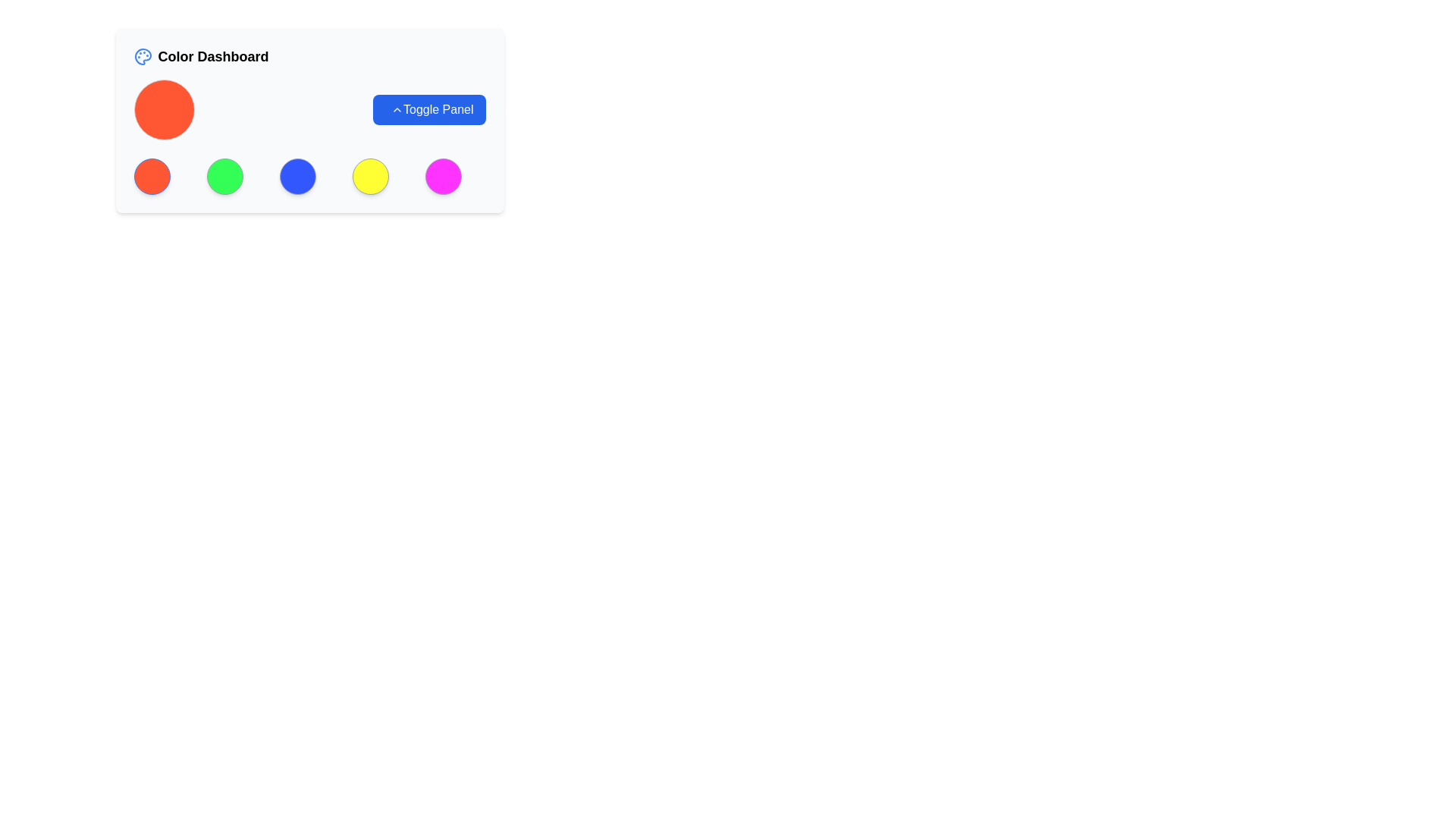 This screenshot has height=819, width=1456. Describe the element at coordinates (297, 175) in the screenshot. I see `the third circular button in a row of five buttons for accessibility` at that location.